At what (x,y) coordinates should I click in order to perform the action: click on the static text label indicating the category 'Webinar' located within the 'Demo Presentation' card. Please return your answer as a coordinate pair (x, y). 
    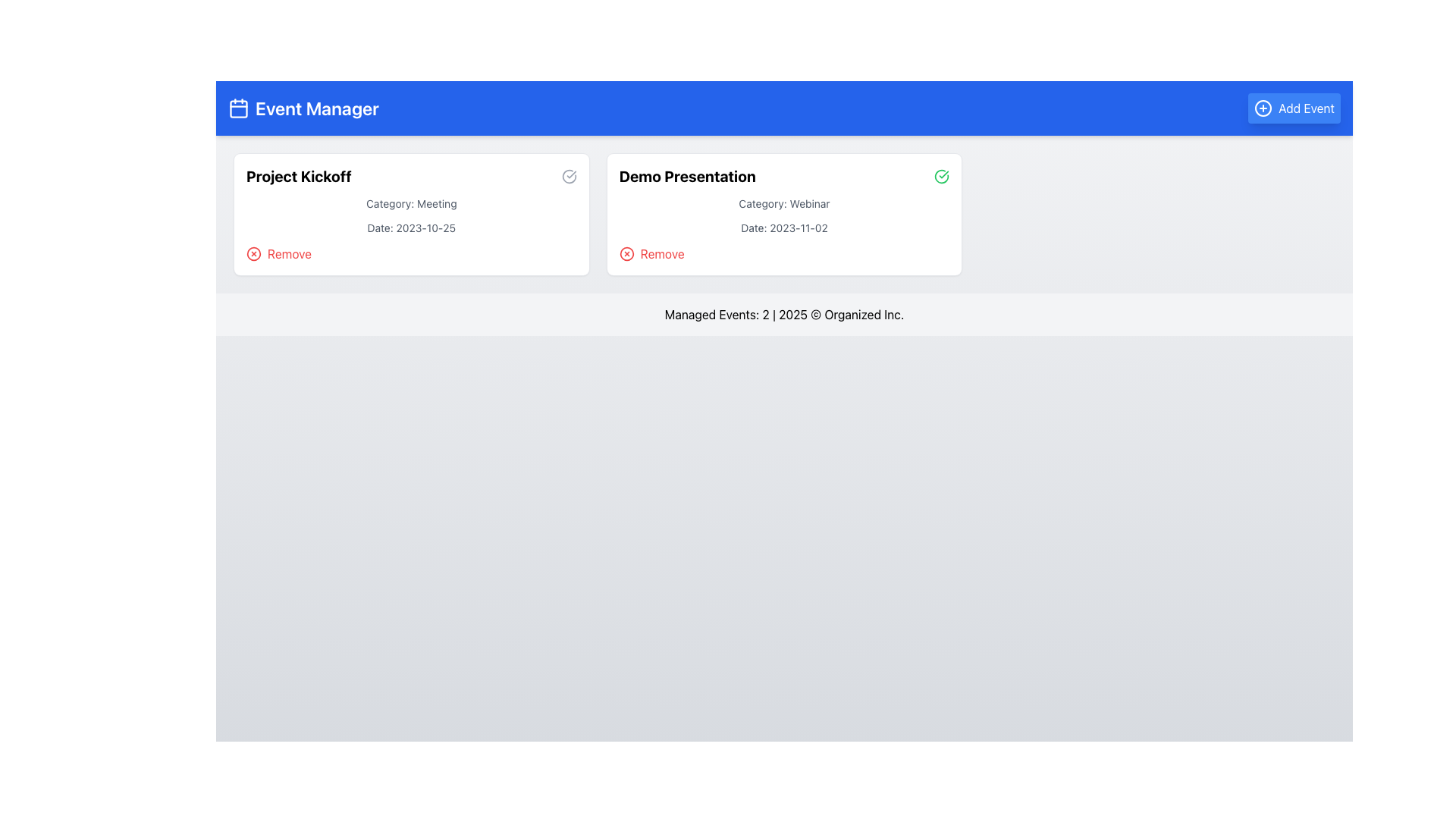
    Looking at the image, I should click on (784, 203).